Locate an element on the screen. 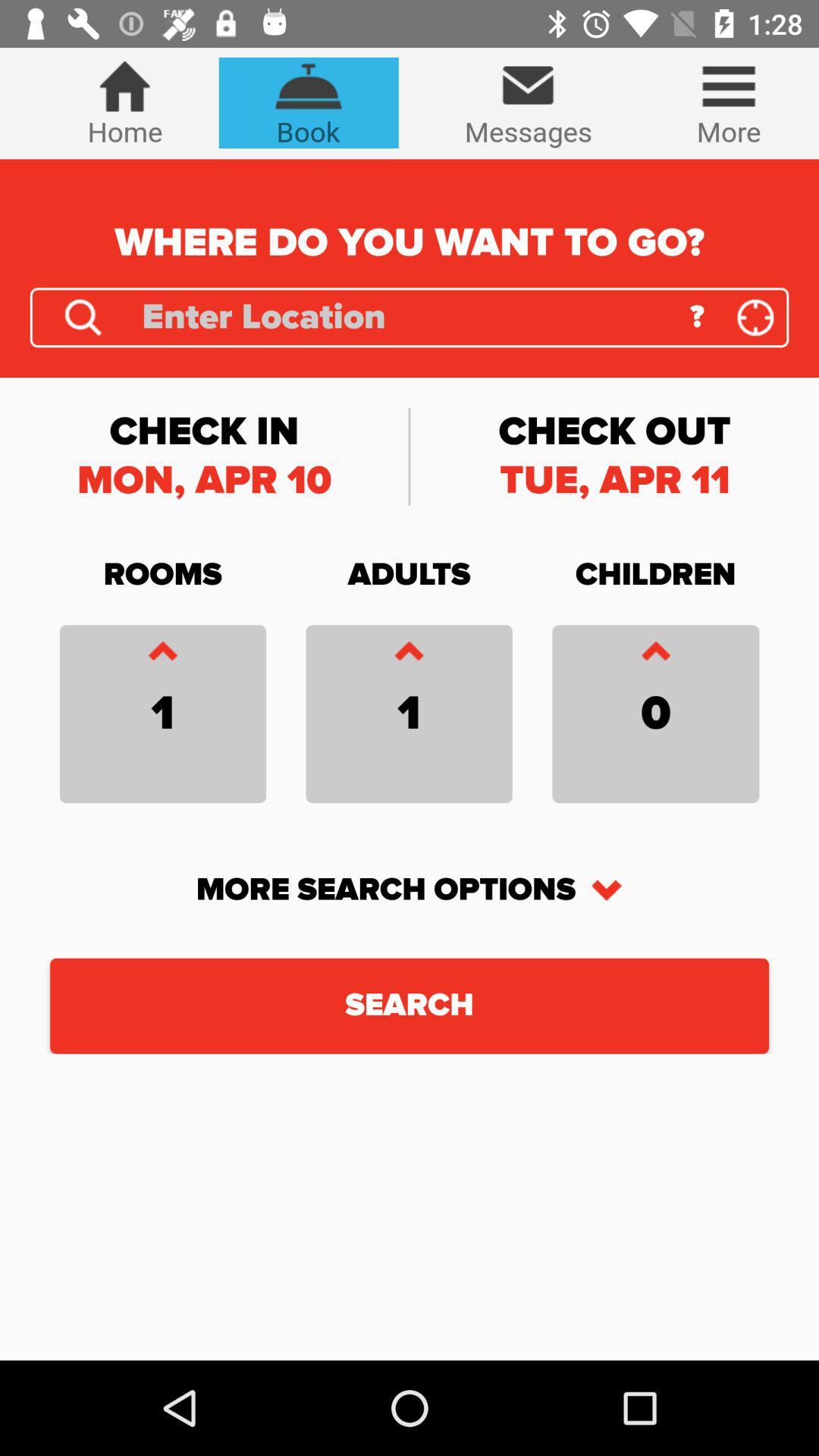  item above the where do you is located at coordinates (527, 102).